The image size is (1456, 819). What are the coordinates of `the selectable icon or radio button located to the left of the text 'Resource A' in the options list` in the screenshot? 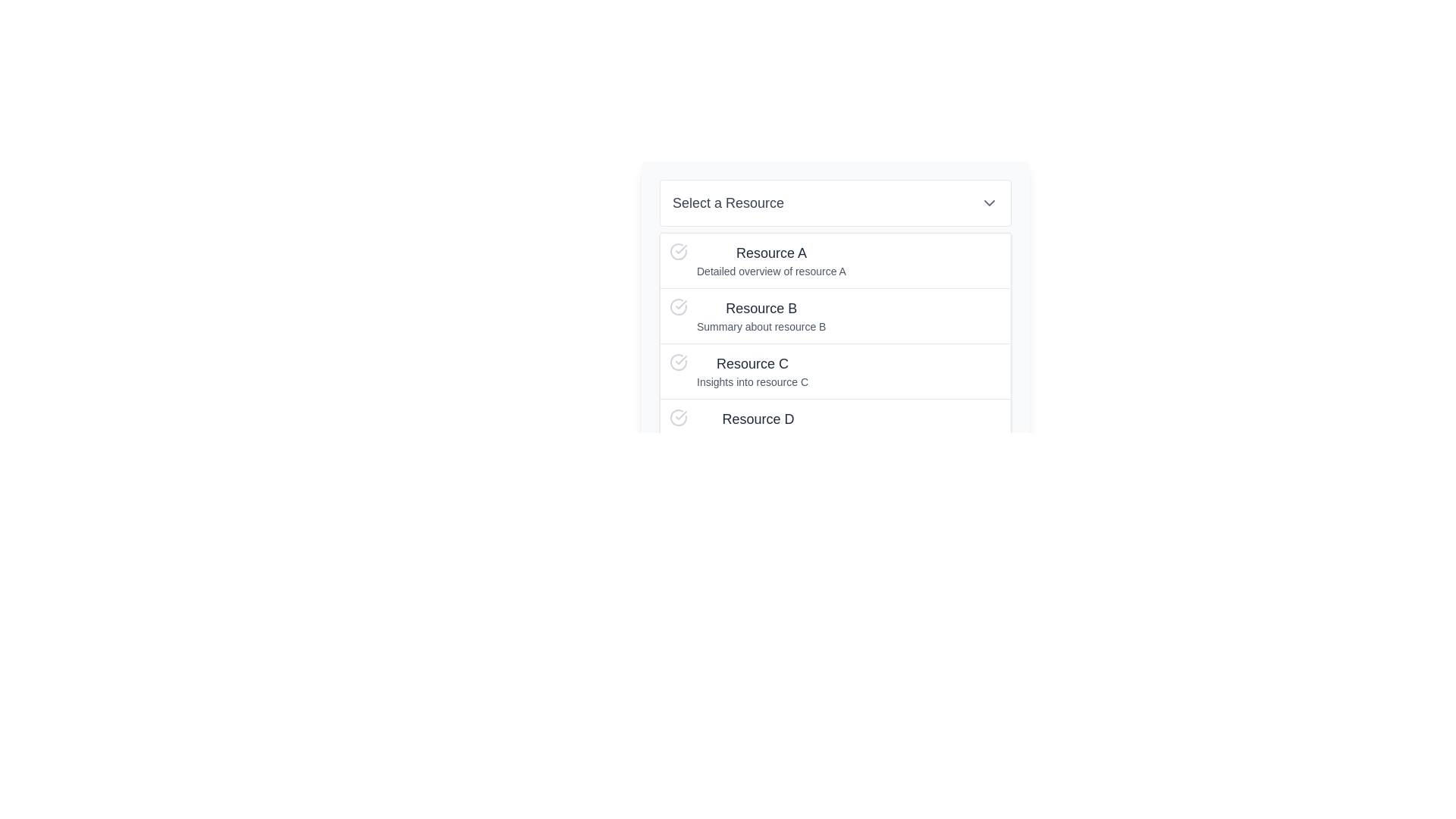 It's located at (677, 250).